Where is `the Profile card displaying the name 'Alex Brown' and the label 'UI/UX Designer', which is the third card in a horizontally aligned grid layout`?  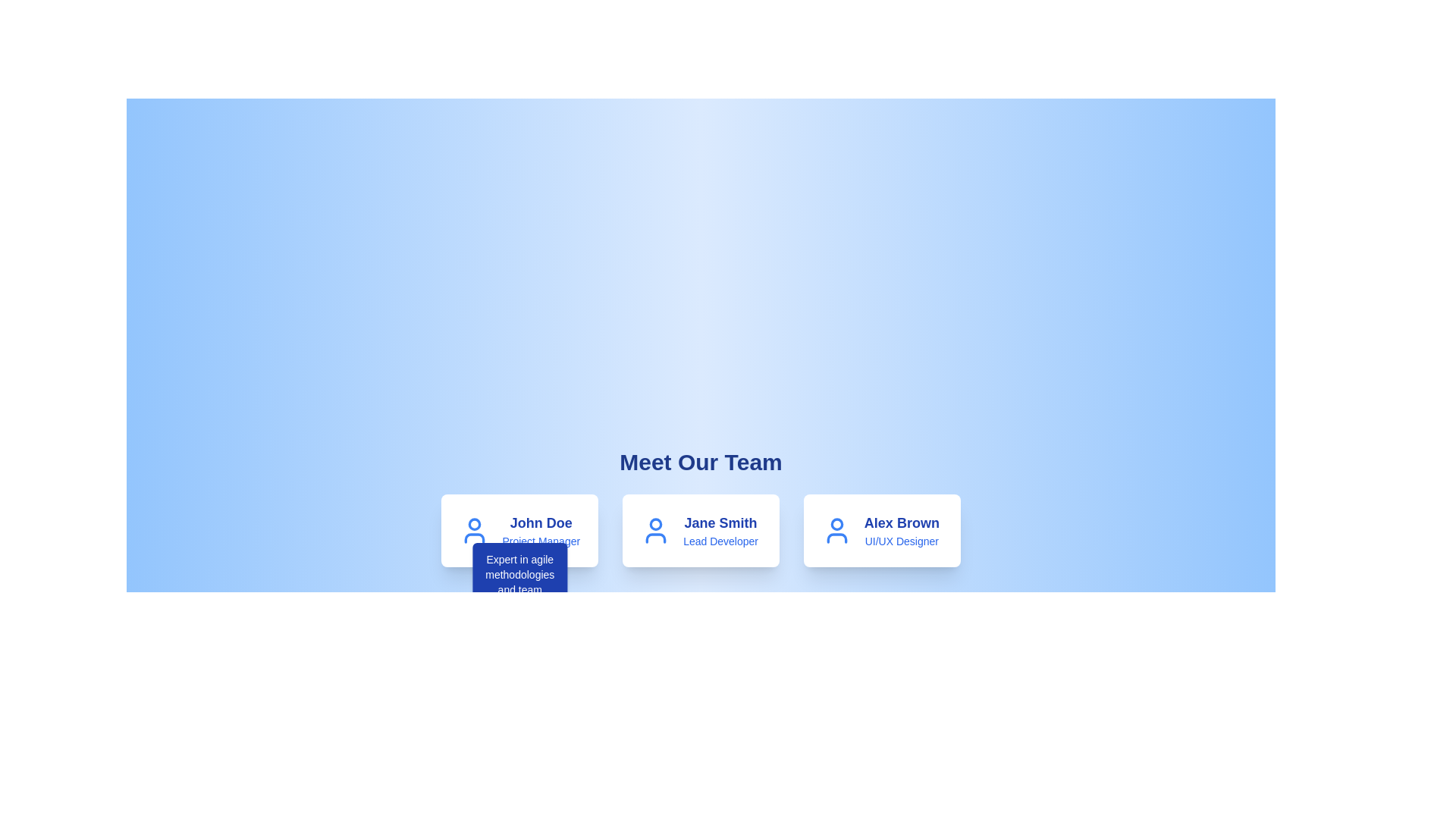
the Profile card displaying the name 'Alex Brown' and the label 'UI/UX Designer', which is the third card in a horizontally aligned grid layout is located at coordinates (882, 529).